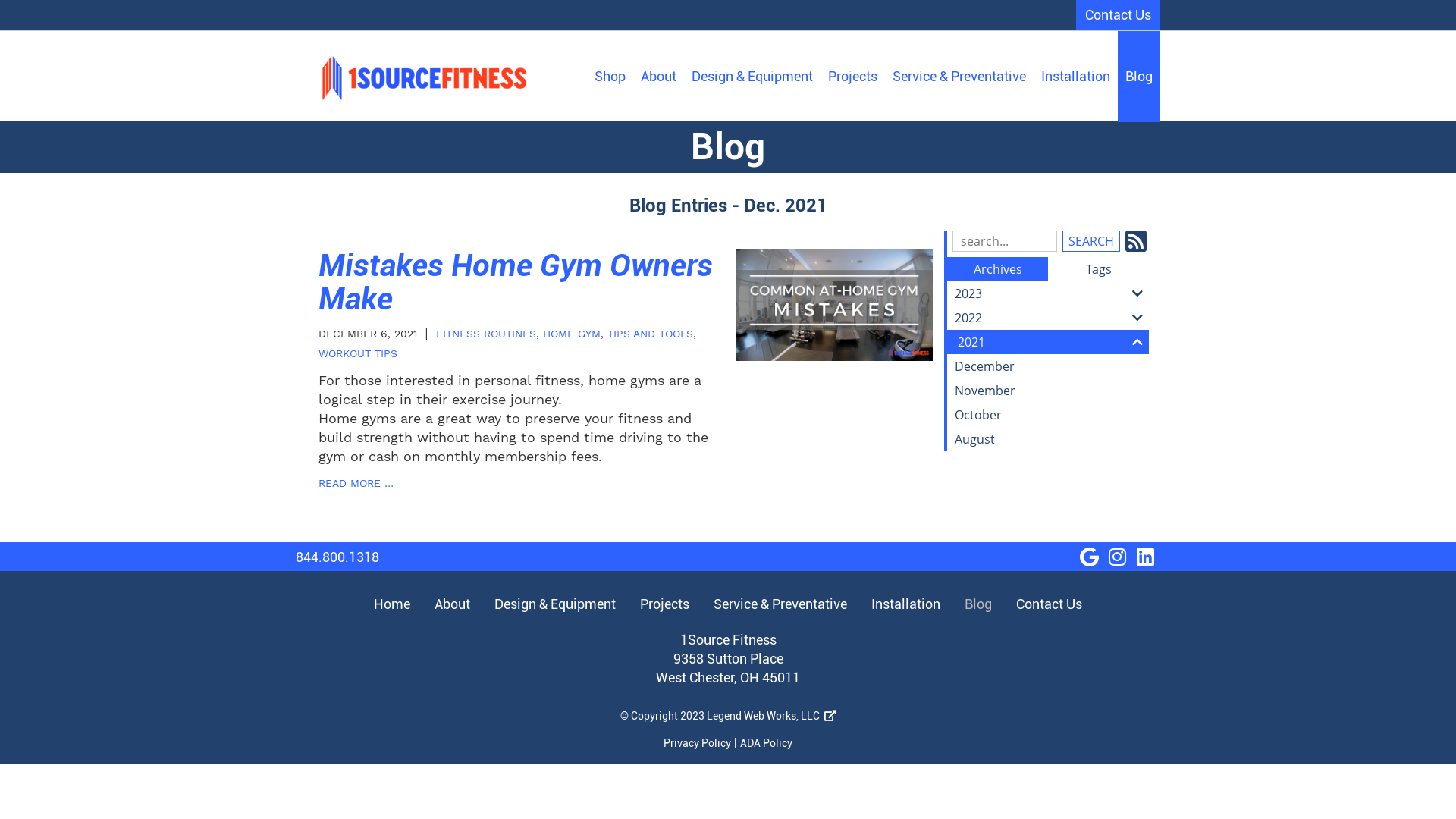 The height and width of the screenshot is (819, 1456). What do you see at coordinates (650, 332) in the screenshot?
I see `'TIPS AND TOOLS'` at bounding box center [650, 332].